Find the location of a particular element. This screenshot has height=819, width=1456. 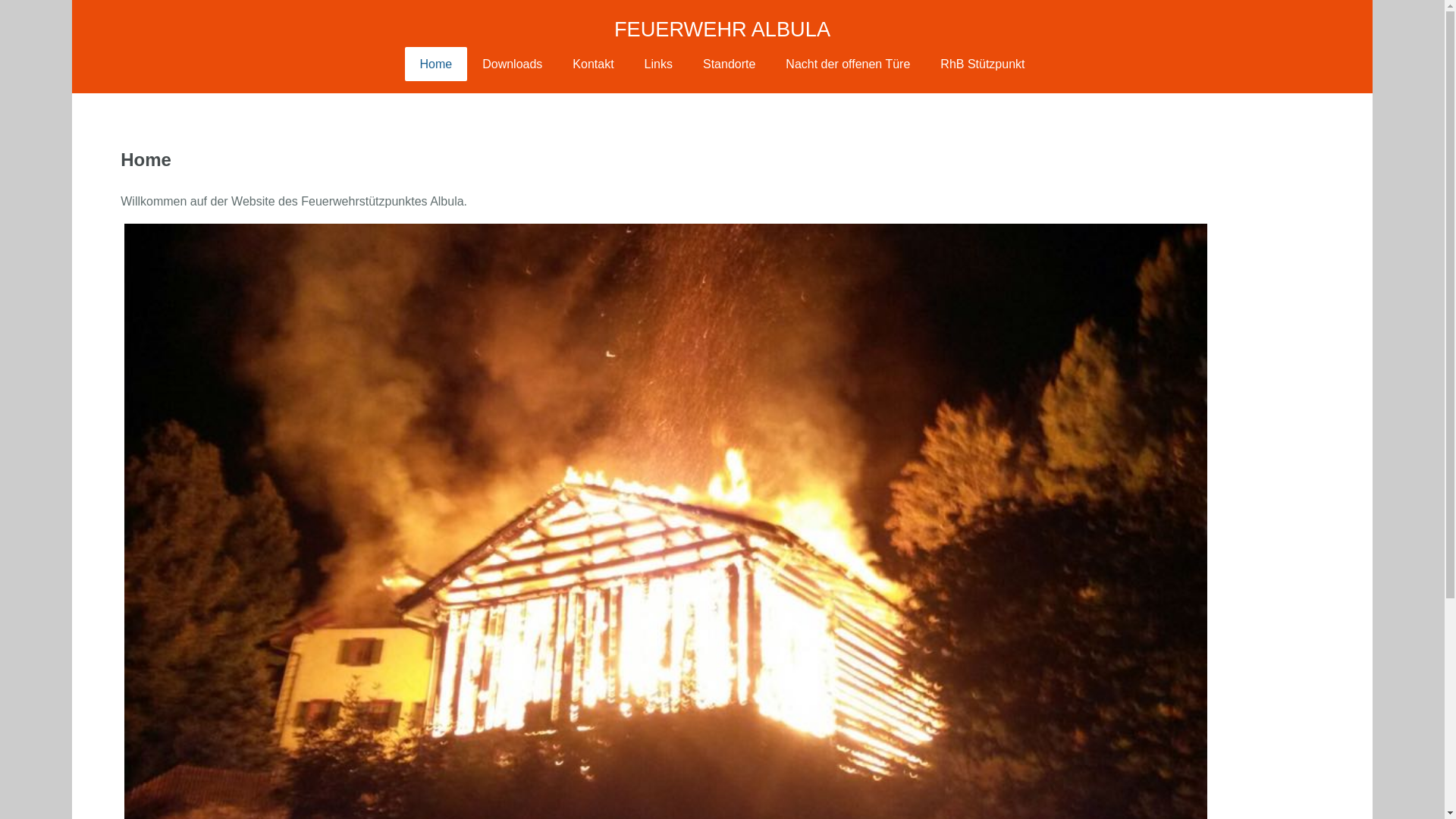

'Links' is located at coordinates (658, 63).